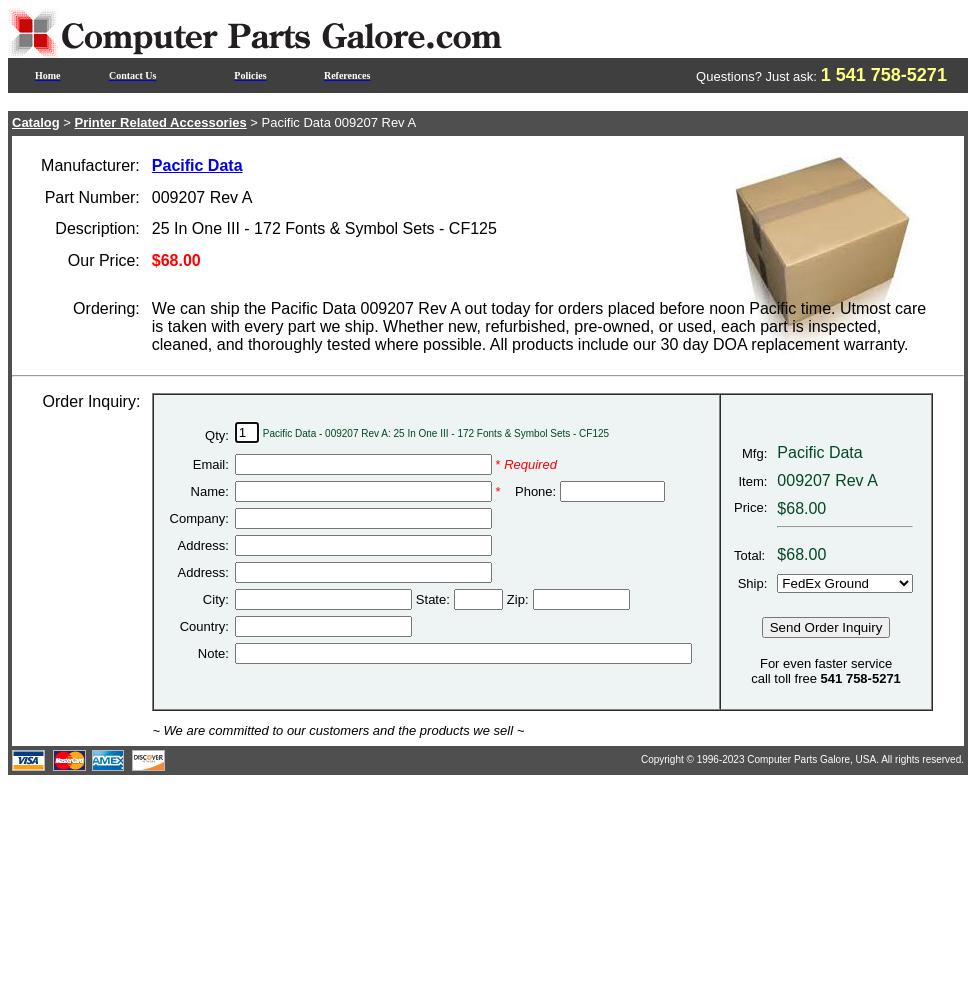 This screenshot has width=968, height=1000. Describe the element at coordinates (208, 463) in the screenshot. I see `'Email:'` at that location.